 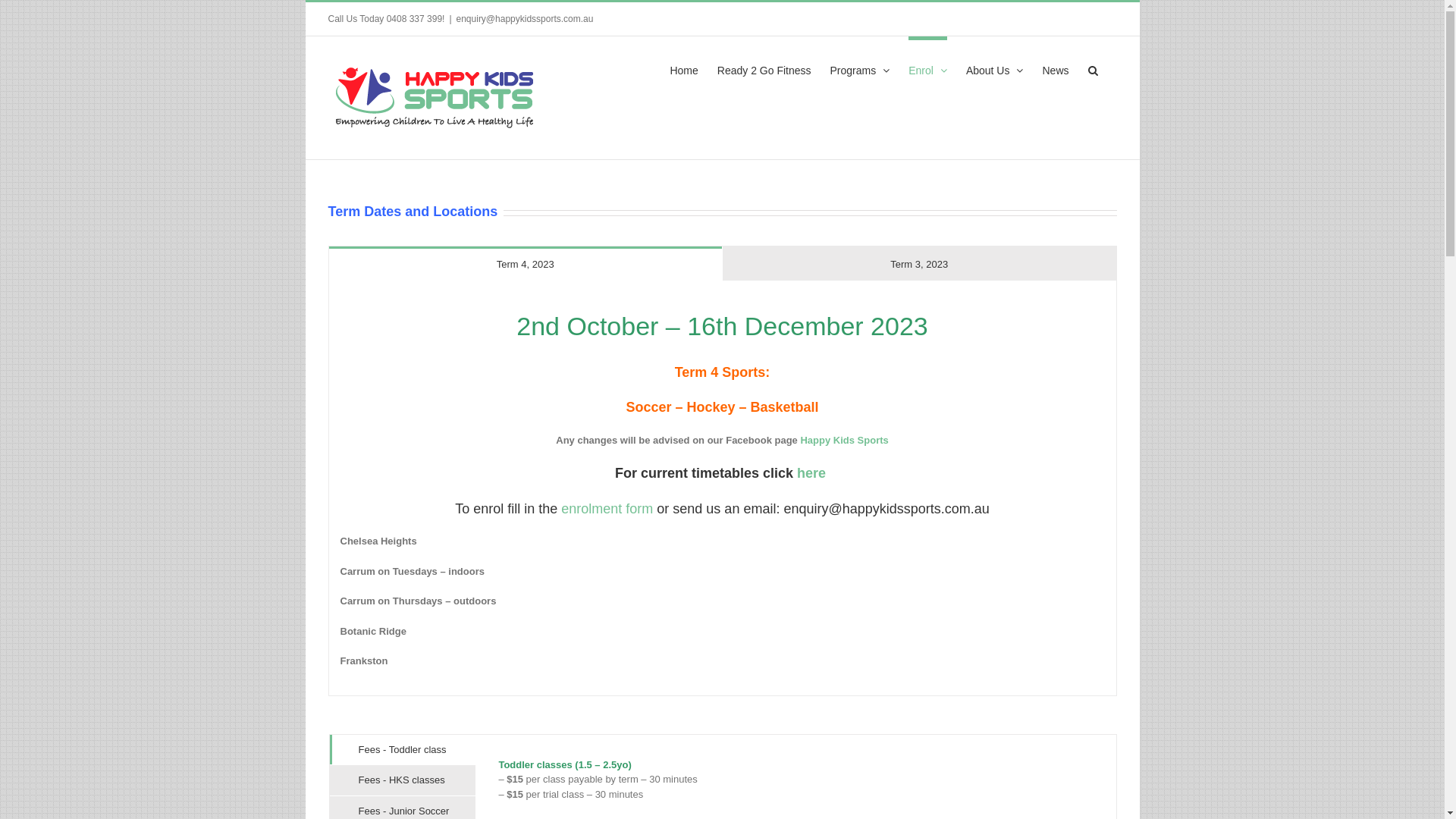 What do you see at coordinates (994, 67) in the screenshot?
I see `'About Us'` at bounding box center [994, 67].